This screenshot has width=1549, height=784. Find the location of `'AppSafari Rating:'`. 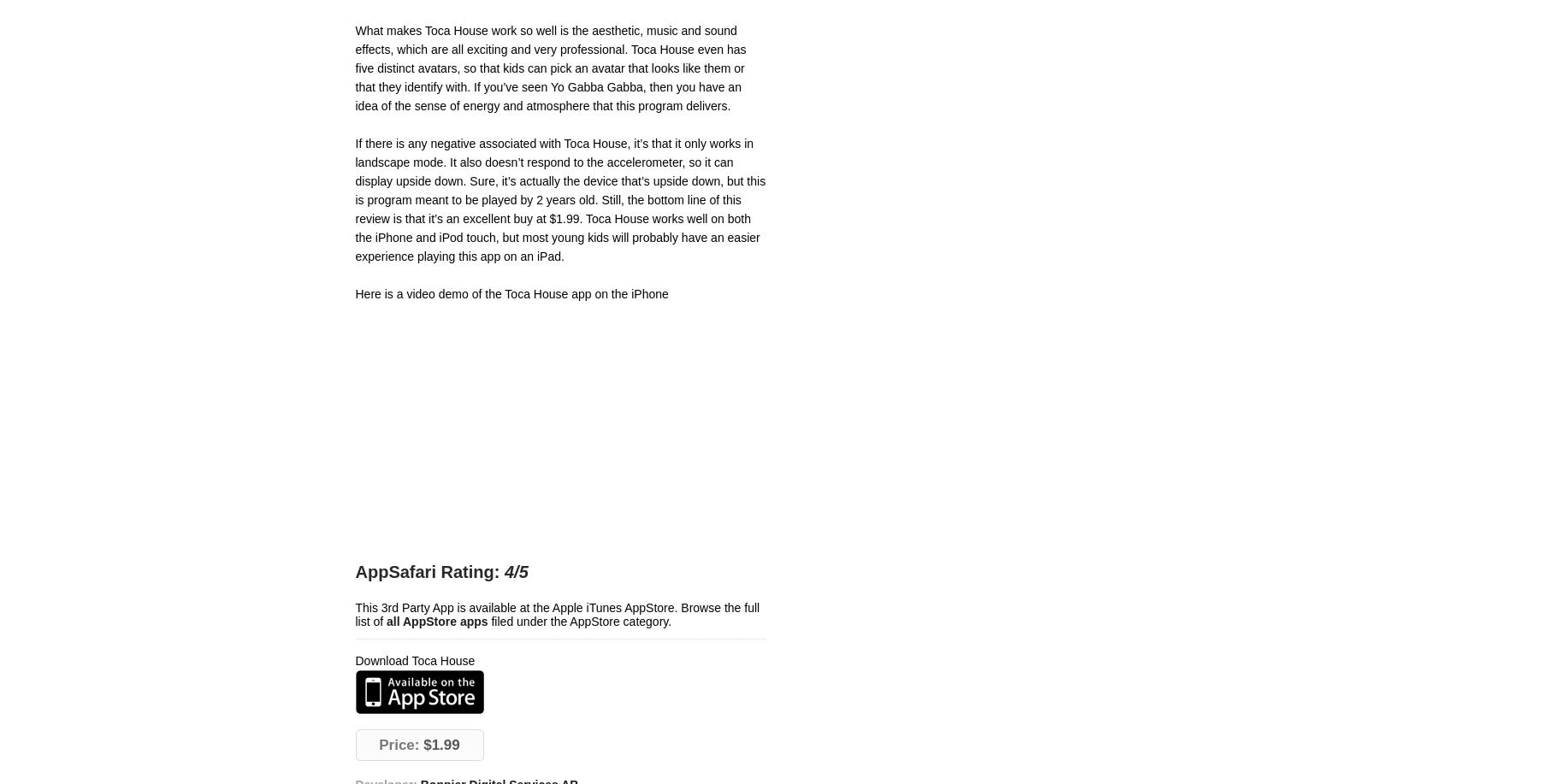

'AppSafari Rating:' is located at coordinates (427, 572).